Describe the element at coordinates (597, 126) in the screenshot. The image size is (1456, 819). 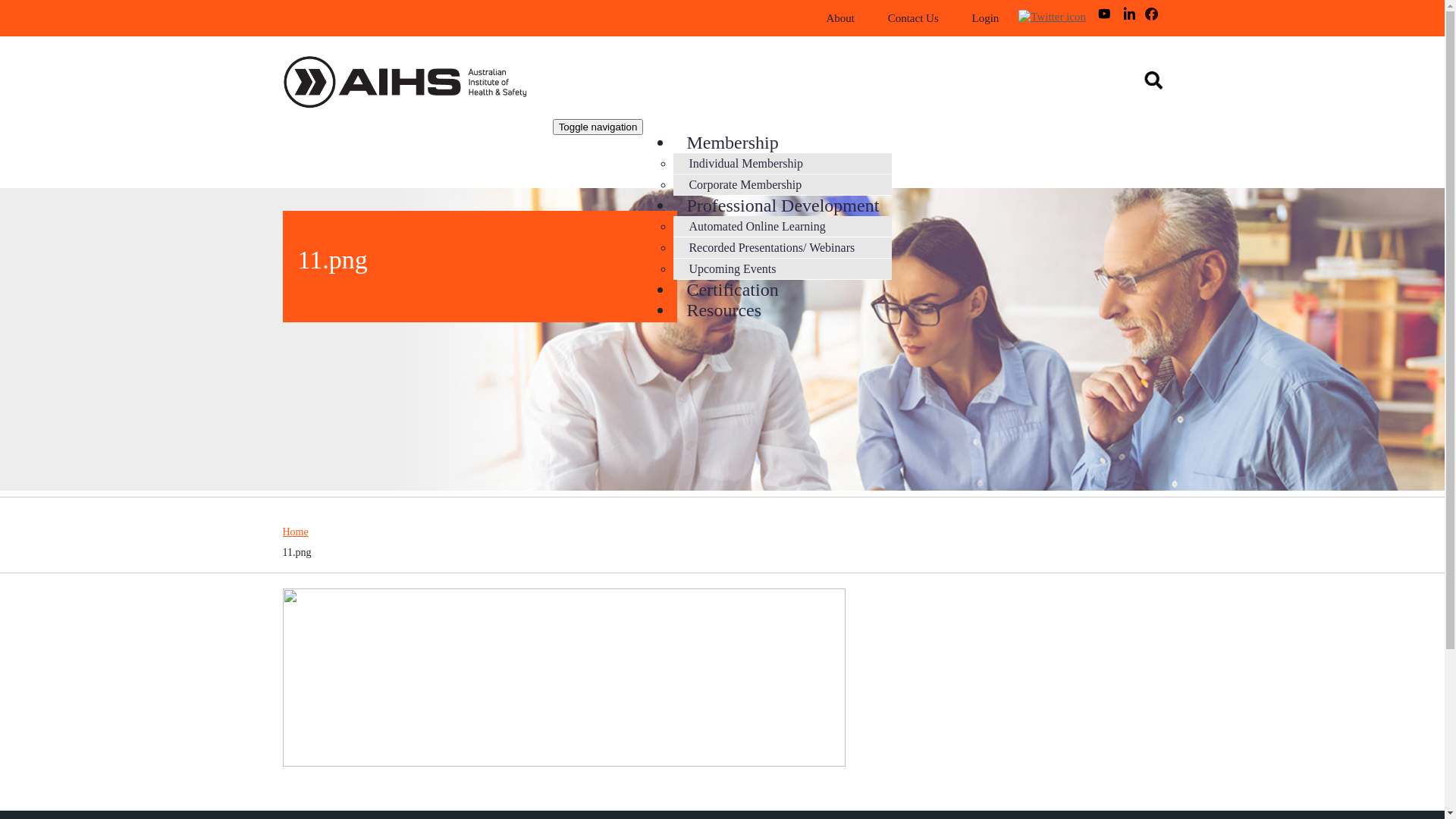
I see `'Toggle navigation'` at that location.